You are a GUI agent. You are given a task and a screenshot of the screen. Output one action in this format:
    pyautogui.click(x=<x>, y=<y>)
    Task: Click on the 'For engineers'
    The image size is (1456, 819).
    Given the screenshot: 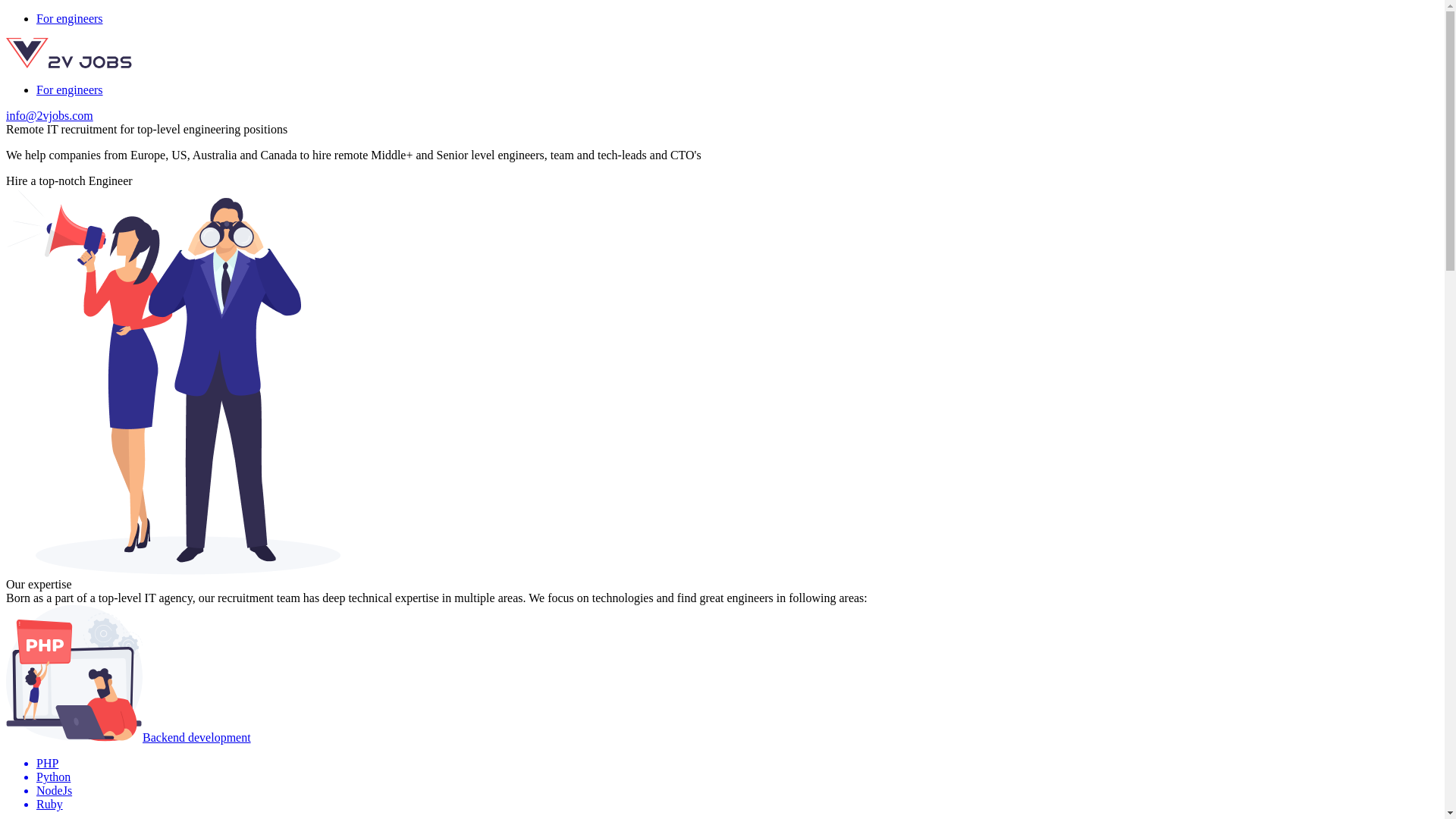 What is the action you would take?
    pyautogui.click(x=68, y=18)
    